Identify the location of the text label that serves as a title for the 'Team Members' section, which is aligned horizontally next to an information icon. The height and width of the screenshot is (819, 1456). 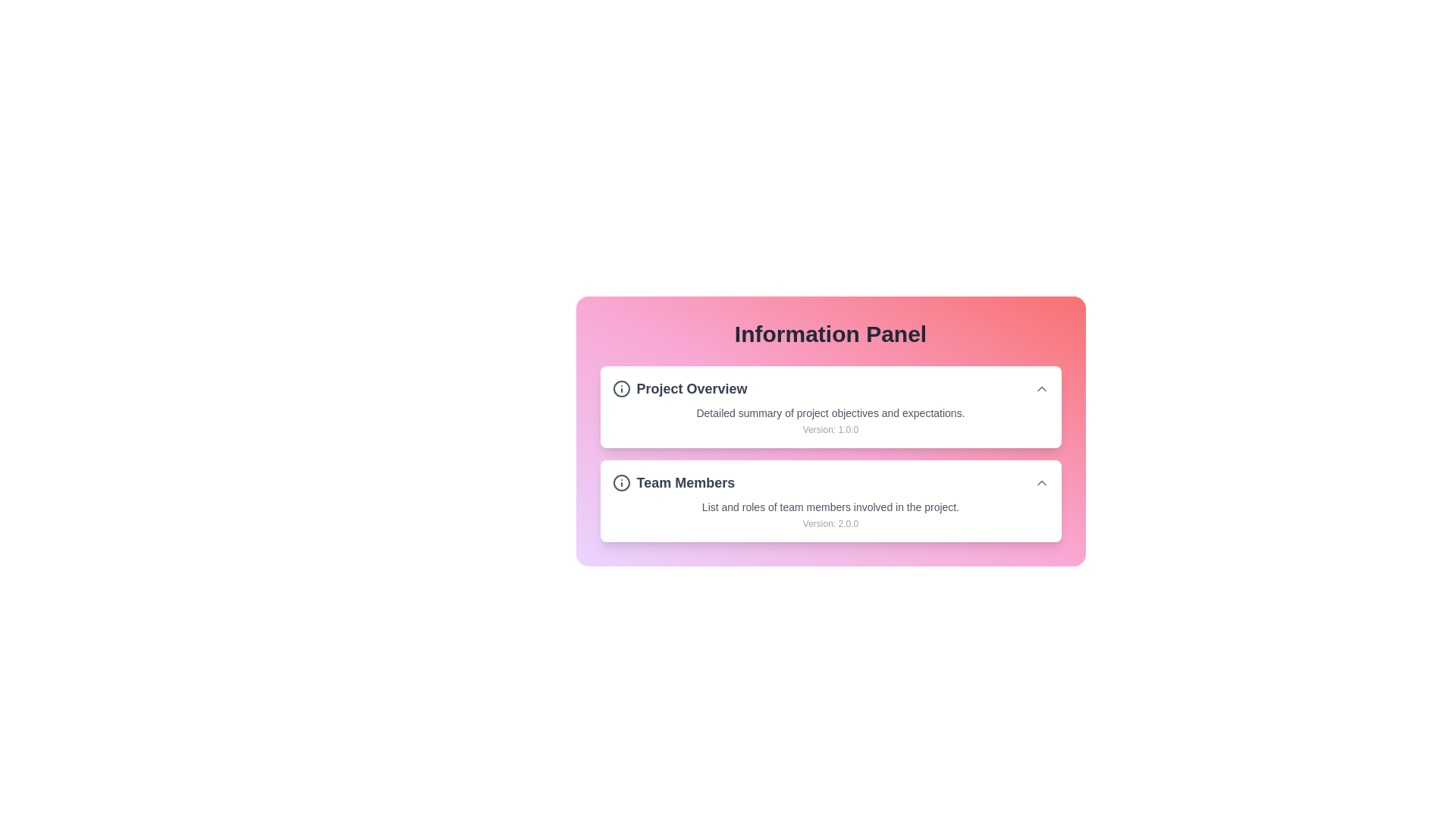
(685, 482).